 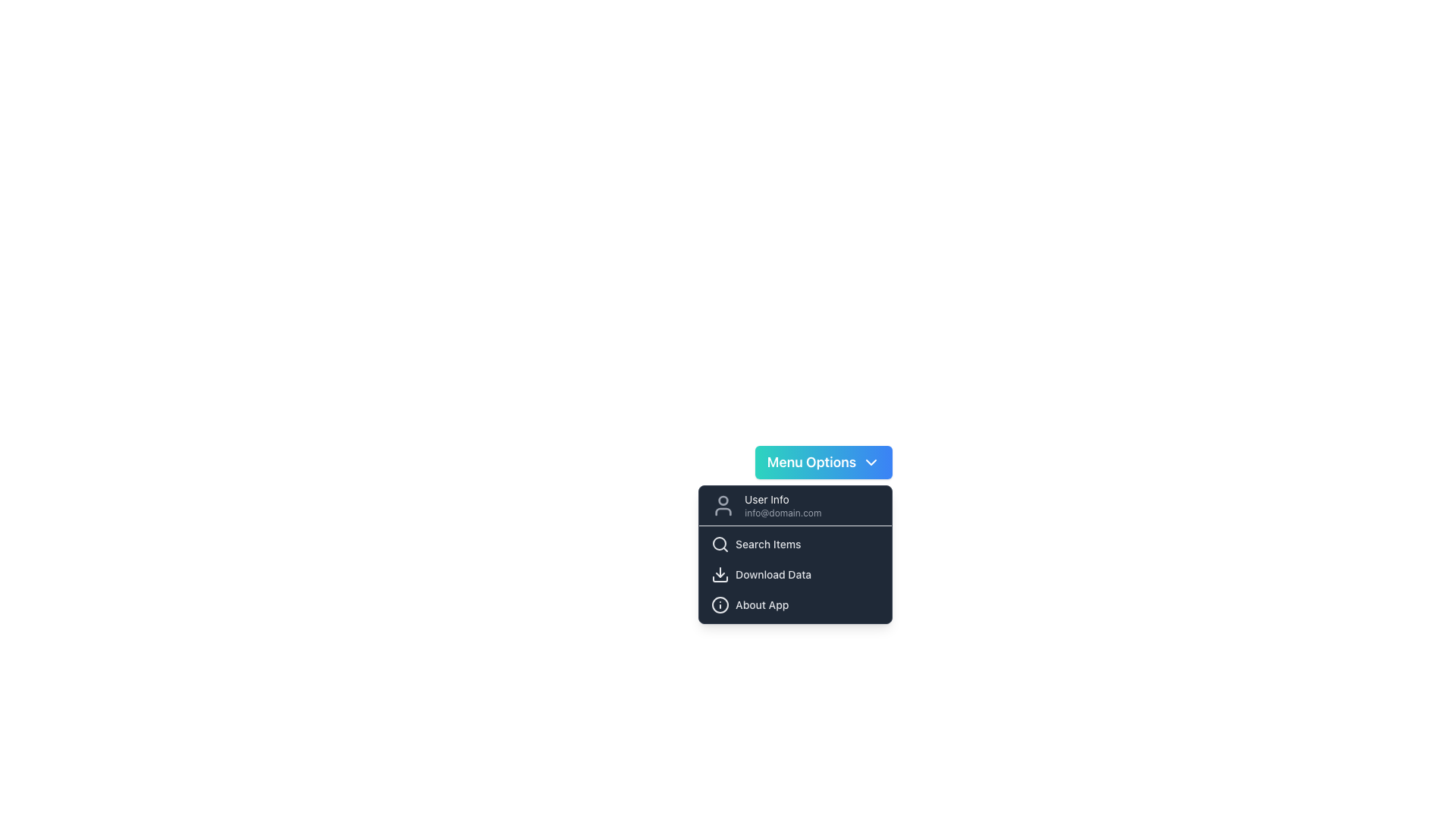 I want to click on the download button located beneath the 'Search Items' option in the vertical menu to change its background, so click(x=795, y=575).